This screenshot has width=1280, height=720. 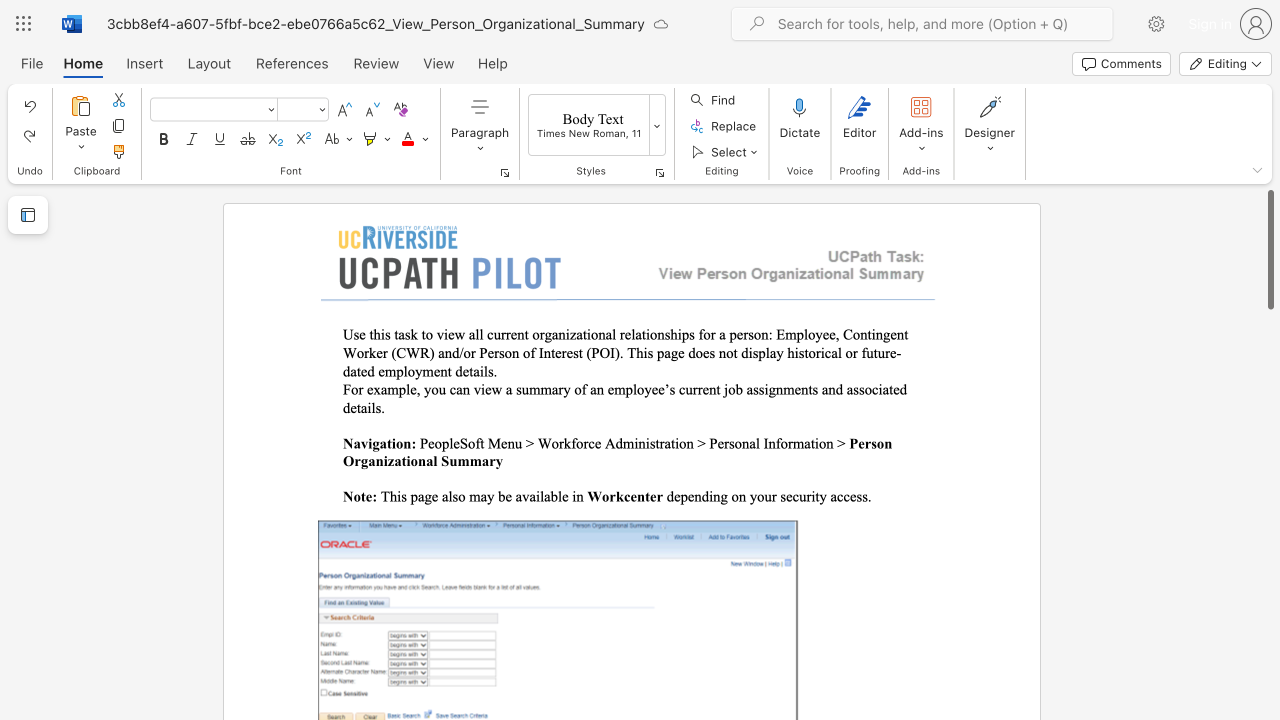 What do you see at coordinates (713, 495) in the screenshot?
I see `the subset text "ng on your security" within the text "depending on your security access."` at bounding box center [713, 495].